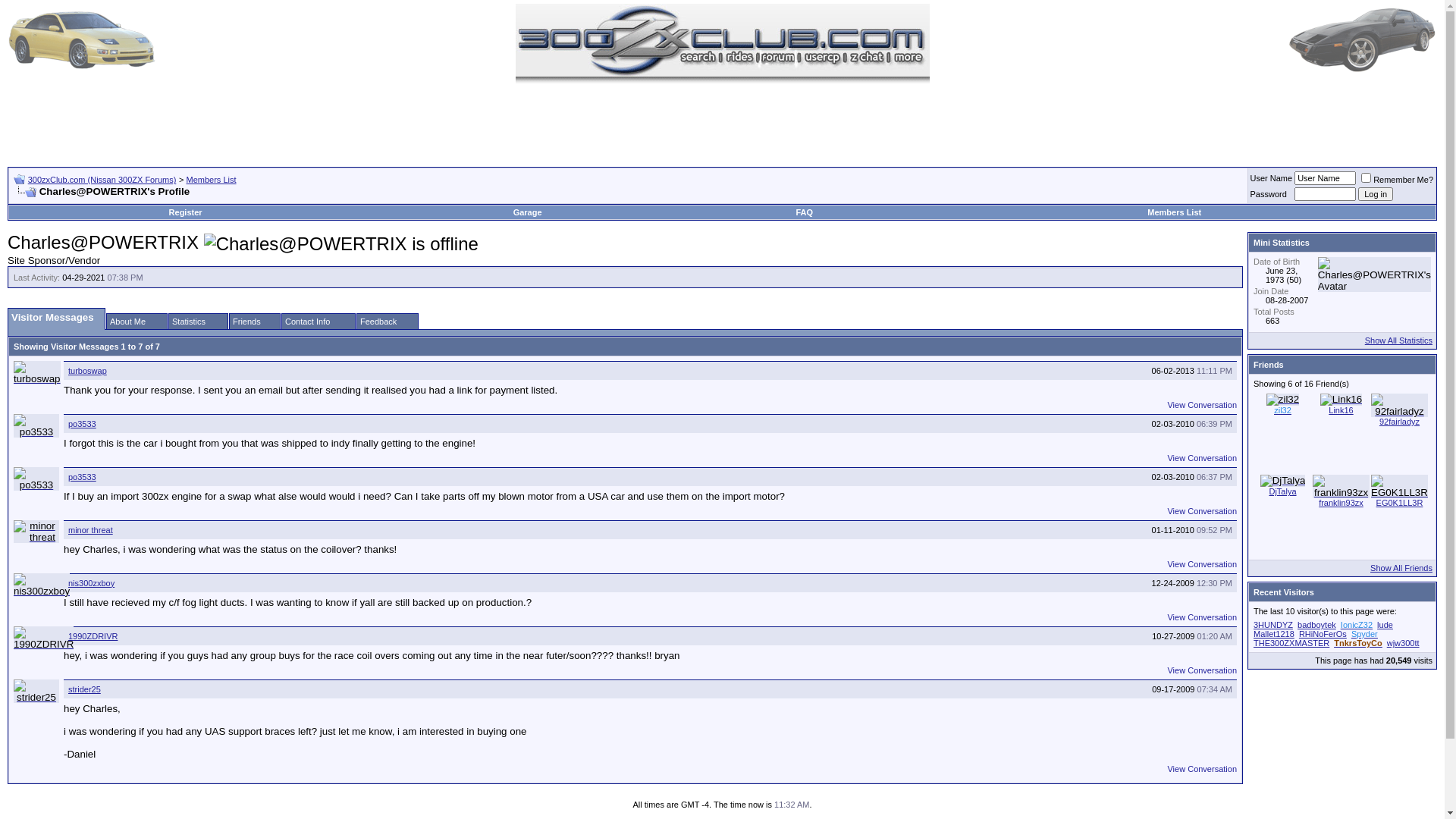  Describe the element at coordinates (1282, 480) in the screenshot. I see `'DjTalya'` at that location.